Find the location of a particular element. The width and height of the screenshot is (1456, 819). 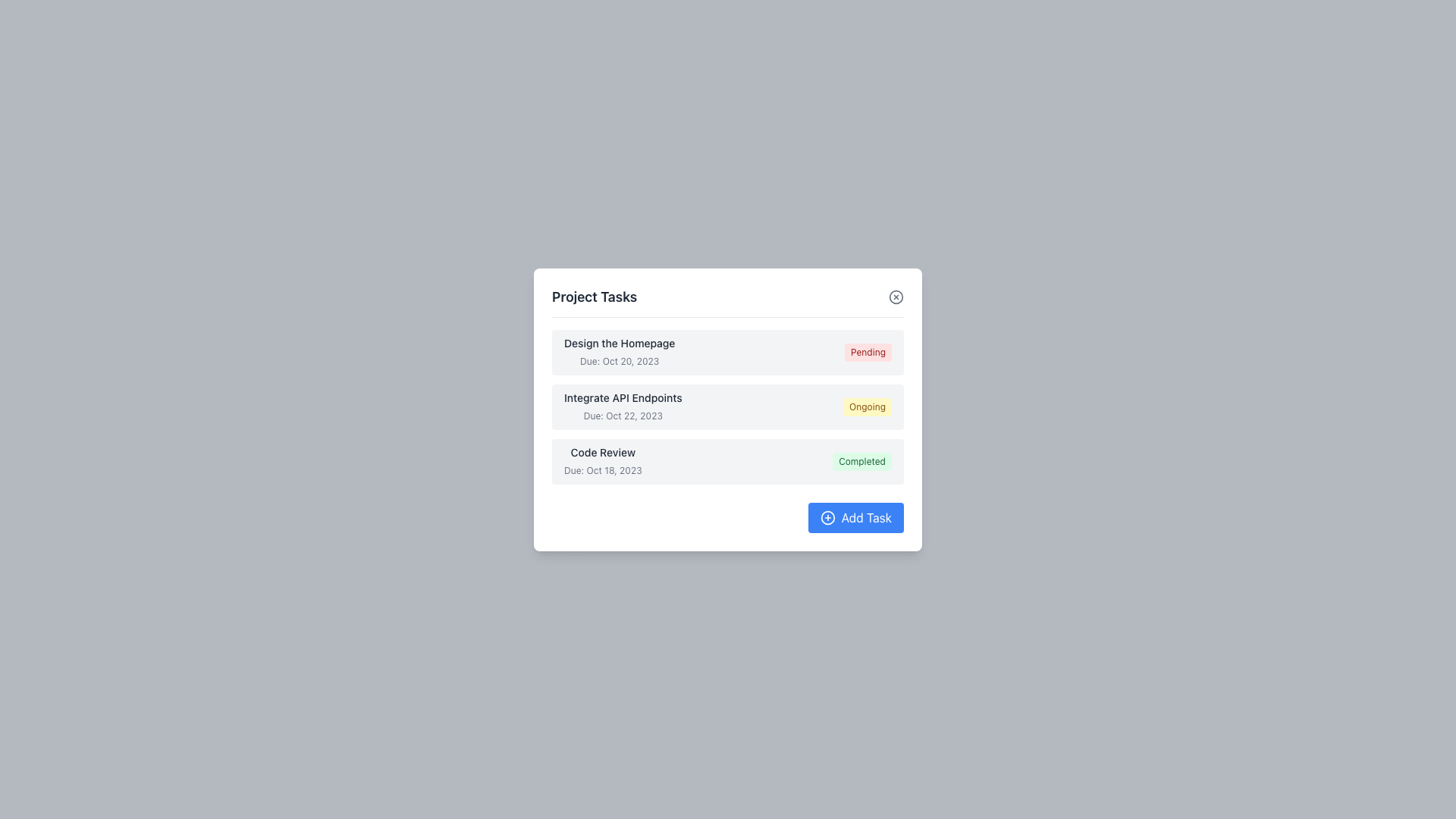

the Text Display showing the task title 'Code Review' and the due date 'Due: Oct 18, 2023', located in the middle-left corner of the task card is located at coordinates (602, 460).